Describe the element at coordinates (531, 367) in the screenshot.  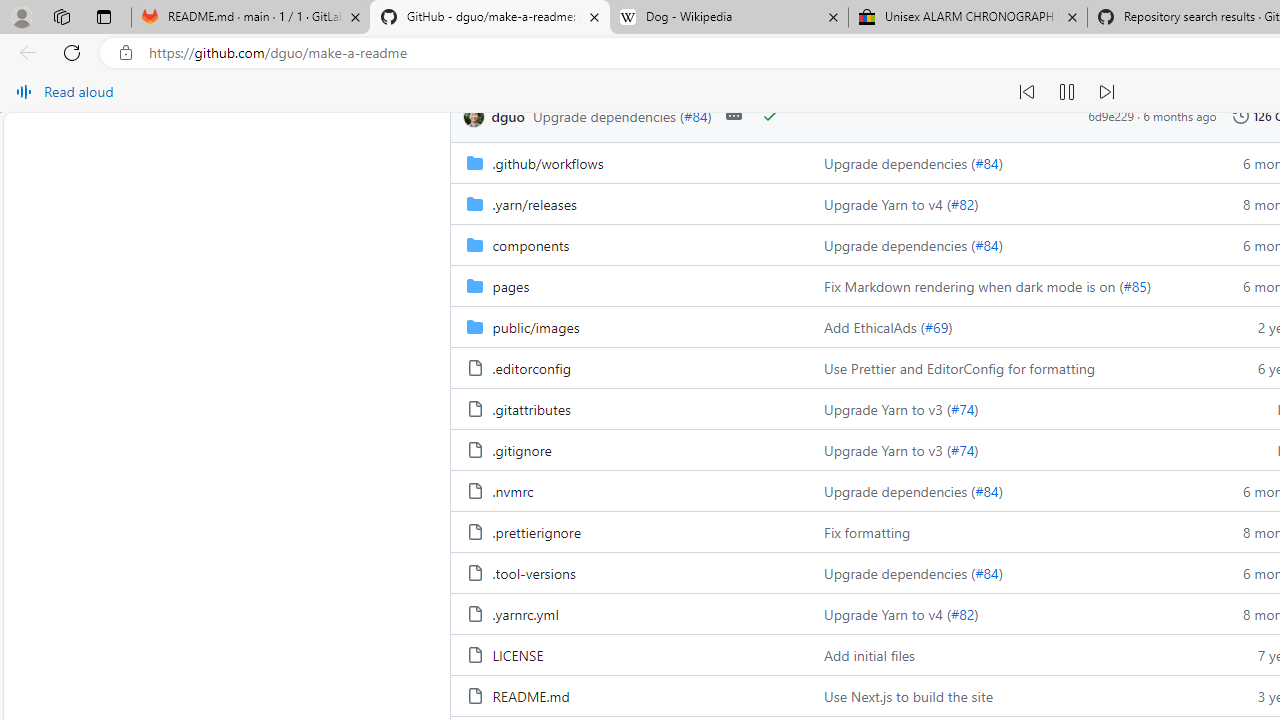
I see `'.editorconfig, (File)'` at that location.